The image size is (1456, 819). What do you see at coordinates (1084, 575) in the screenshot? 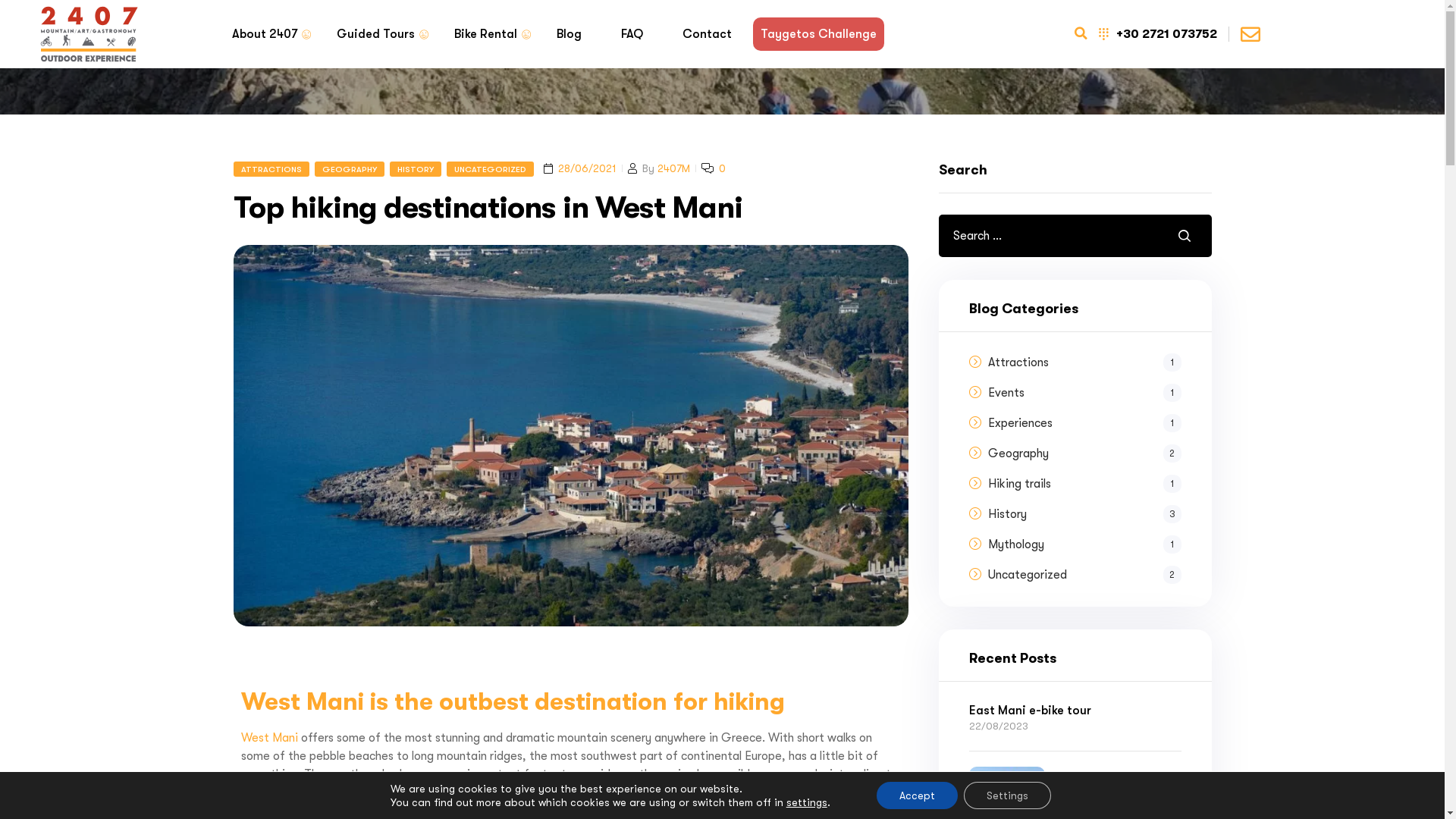
I see `'Uncategorized` at bounding box center [1084, 575].